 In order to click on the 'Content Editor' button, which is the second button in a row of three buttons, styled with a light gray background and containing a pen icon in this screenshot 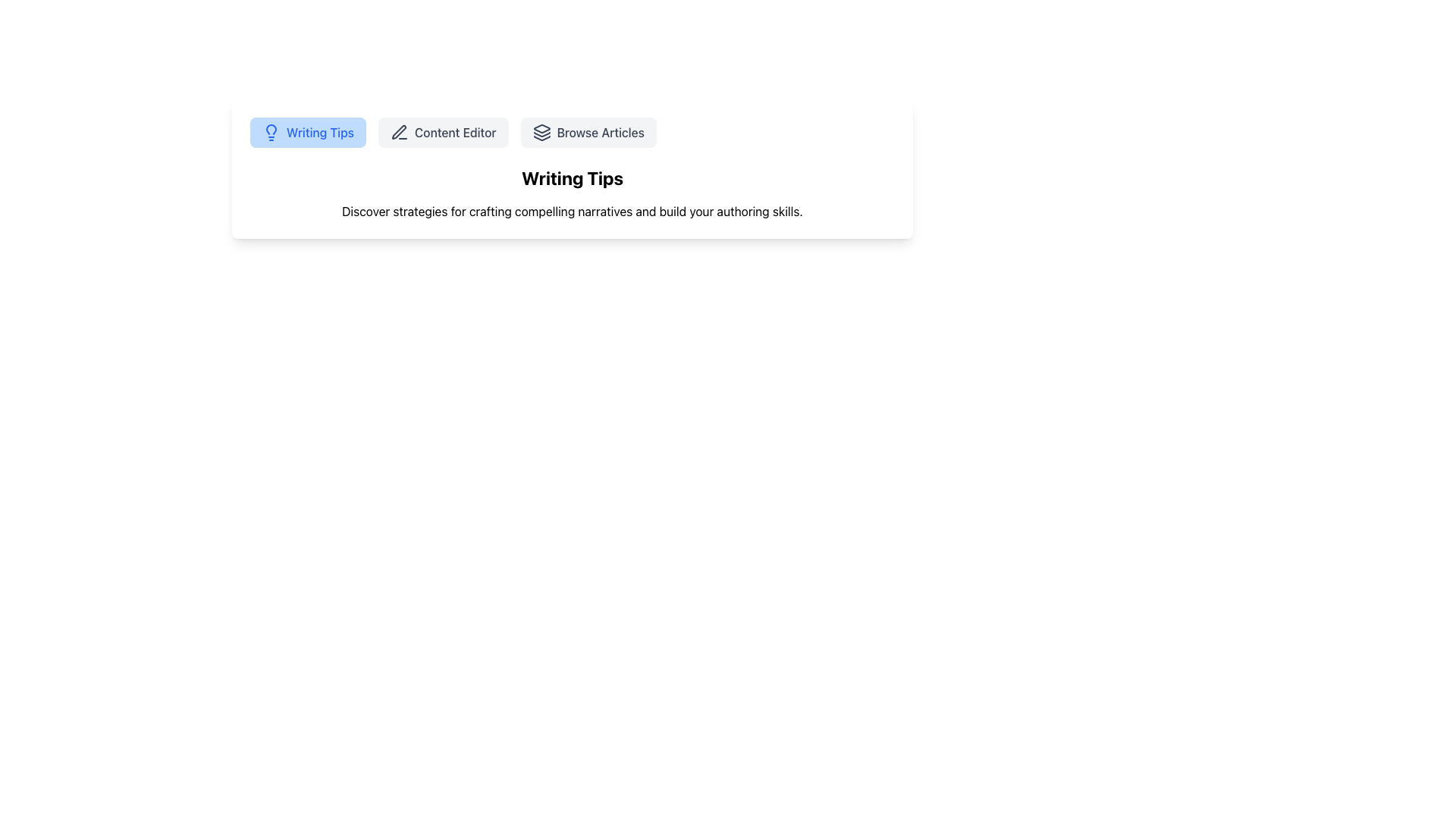, I will do `click(442, 131)`.